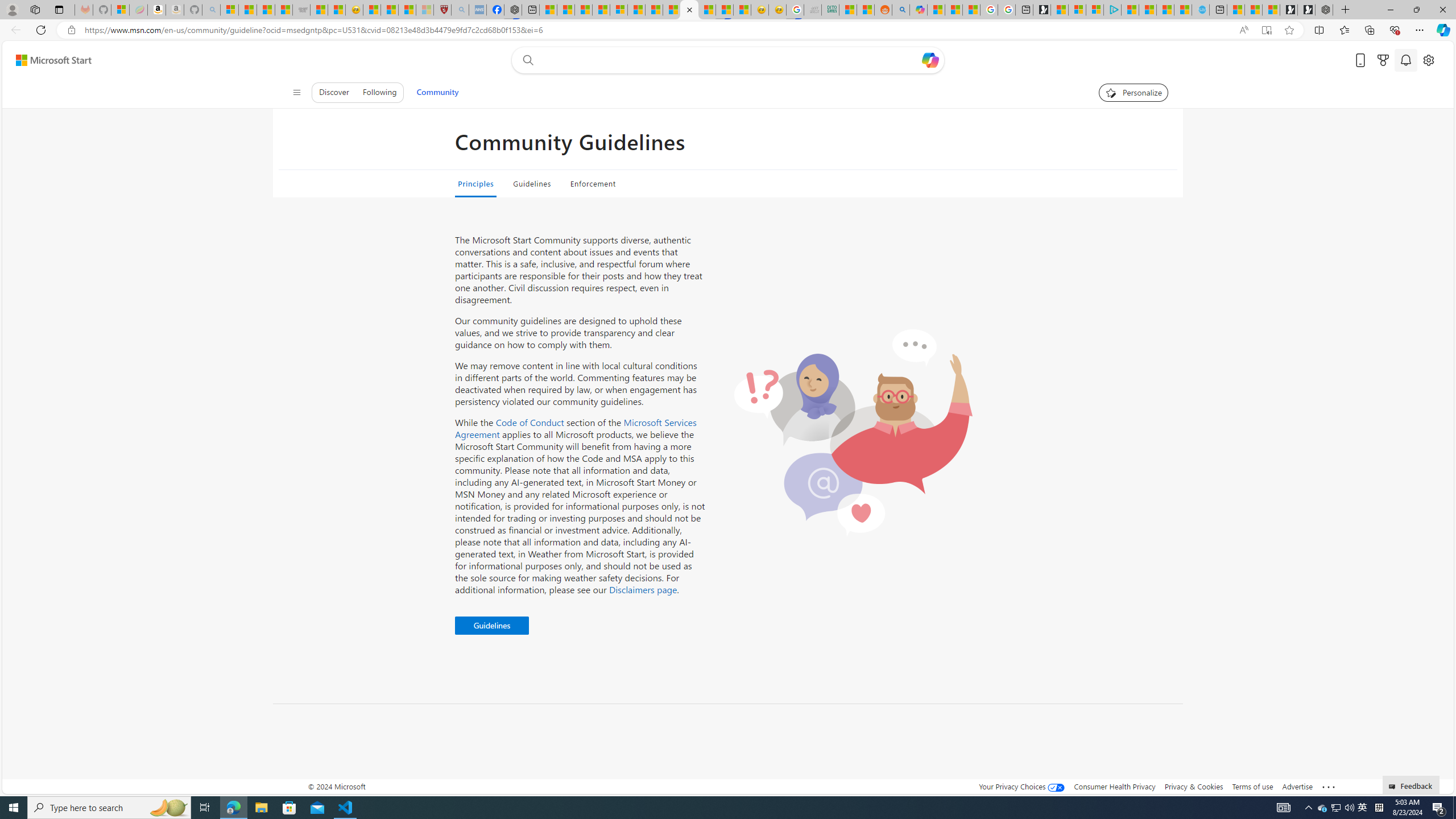 This screenshot has height=819, width=1456. I want to click on 'Open Copilot', so click(929, 59).